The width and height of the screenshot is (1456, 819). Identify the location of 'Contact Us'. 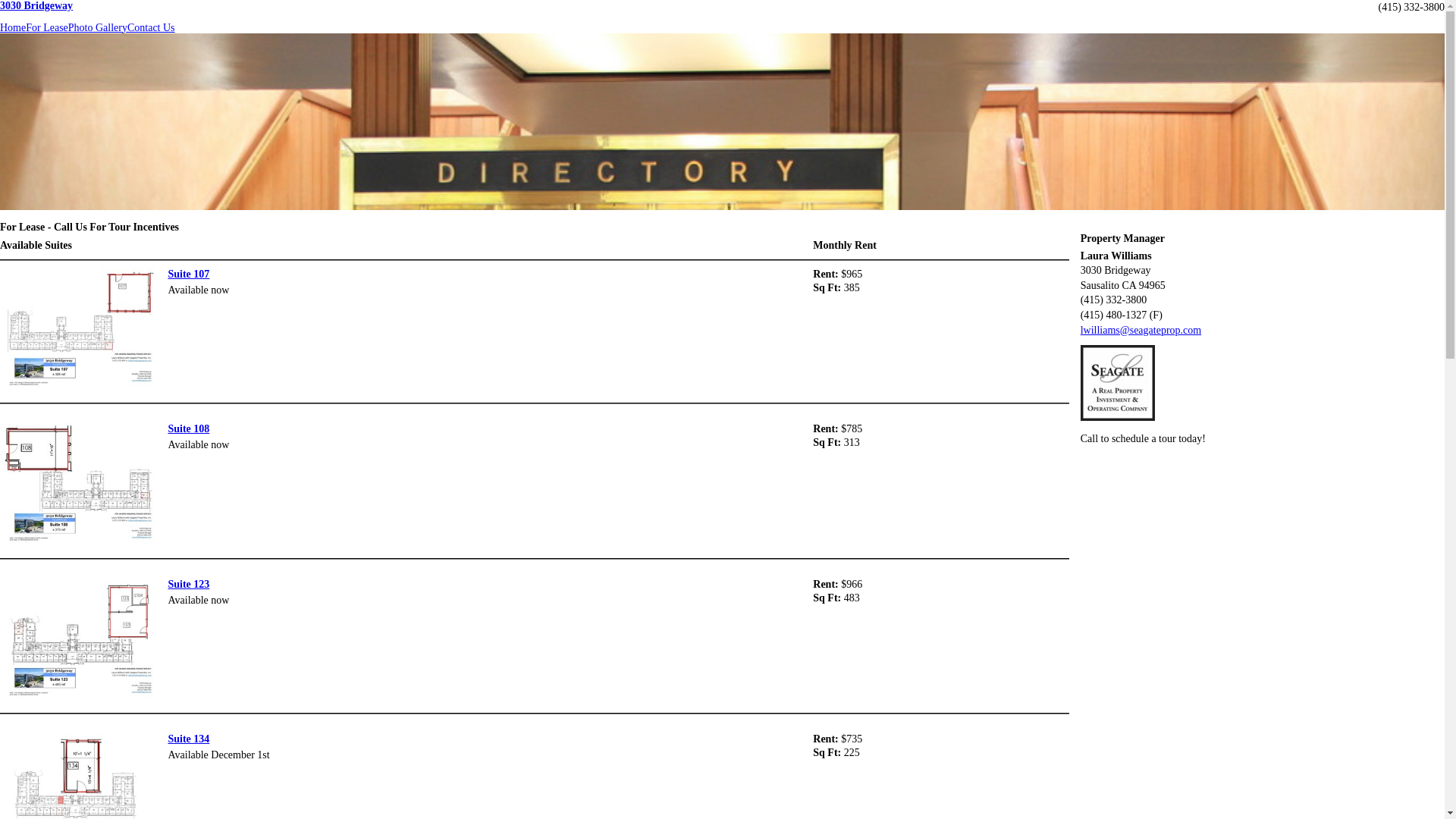
(151, 28).